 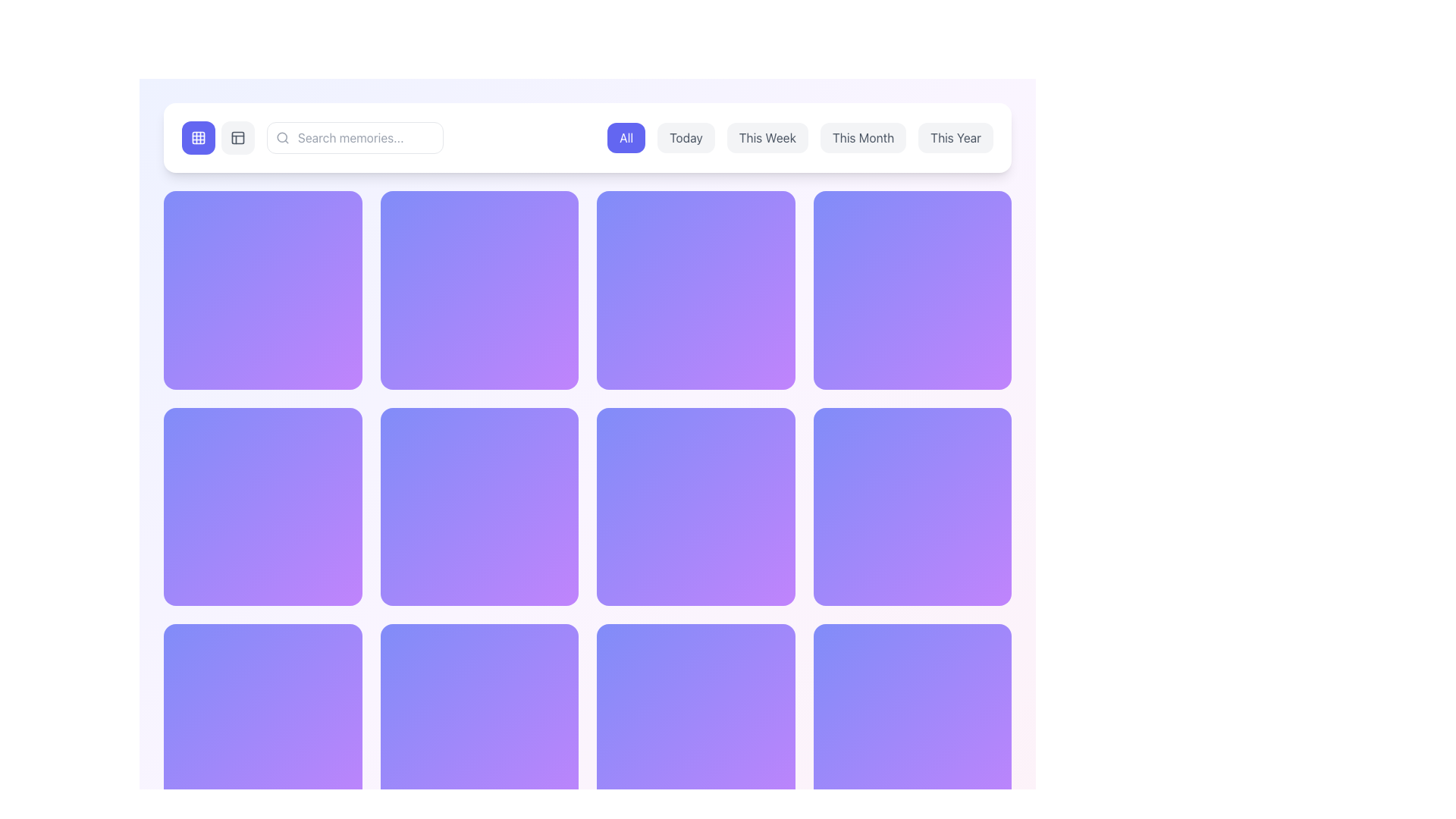 What do you see at coordinates (181, 567) in the screenshot?
I see `the circular element that is part of an SVG graphic symbolizing a clock, located in the lower-left quadrant of the page` at bounding box center [181, 567].